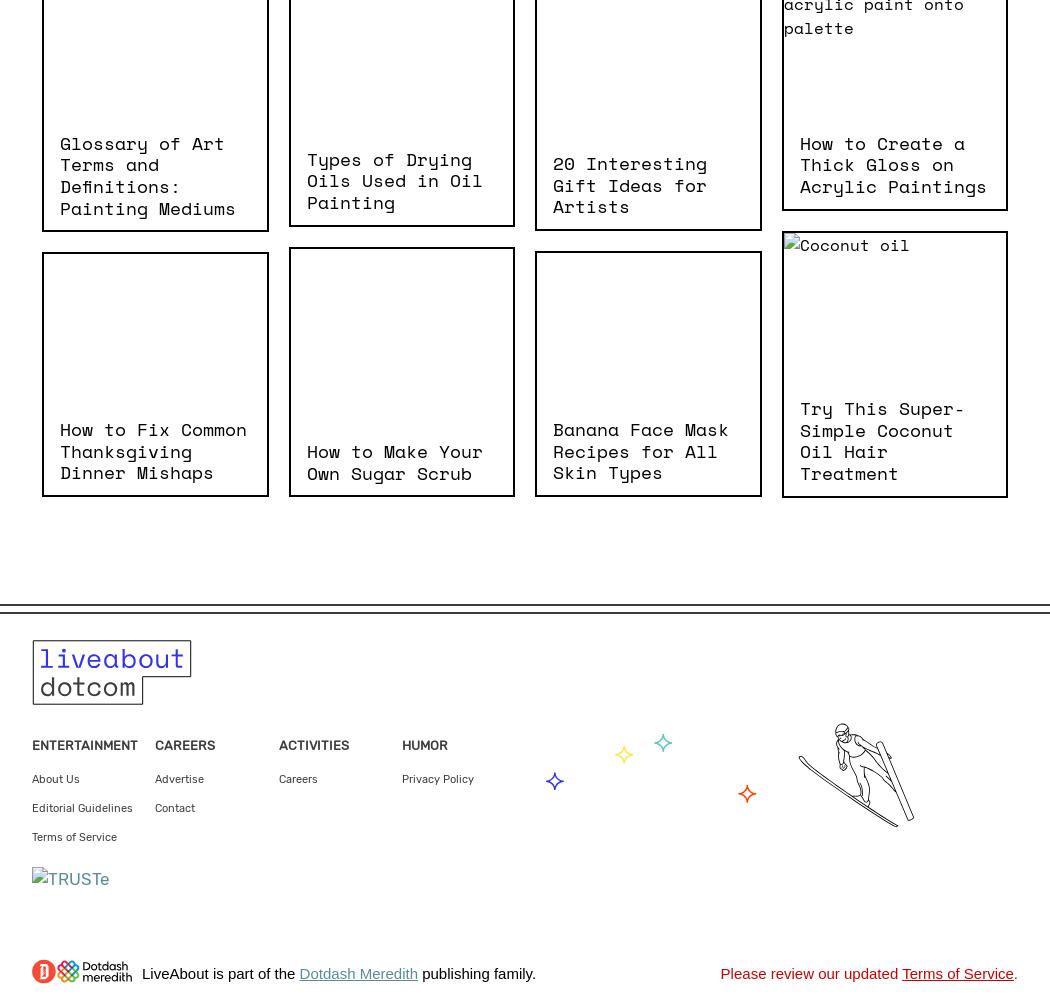 The width and height of the screenshot is (1050, 1004). I want to click on 'How to Create a Thick Gloss on Acrylic Paintings', so click(798, 162).